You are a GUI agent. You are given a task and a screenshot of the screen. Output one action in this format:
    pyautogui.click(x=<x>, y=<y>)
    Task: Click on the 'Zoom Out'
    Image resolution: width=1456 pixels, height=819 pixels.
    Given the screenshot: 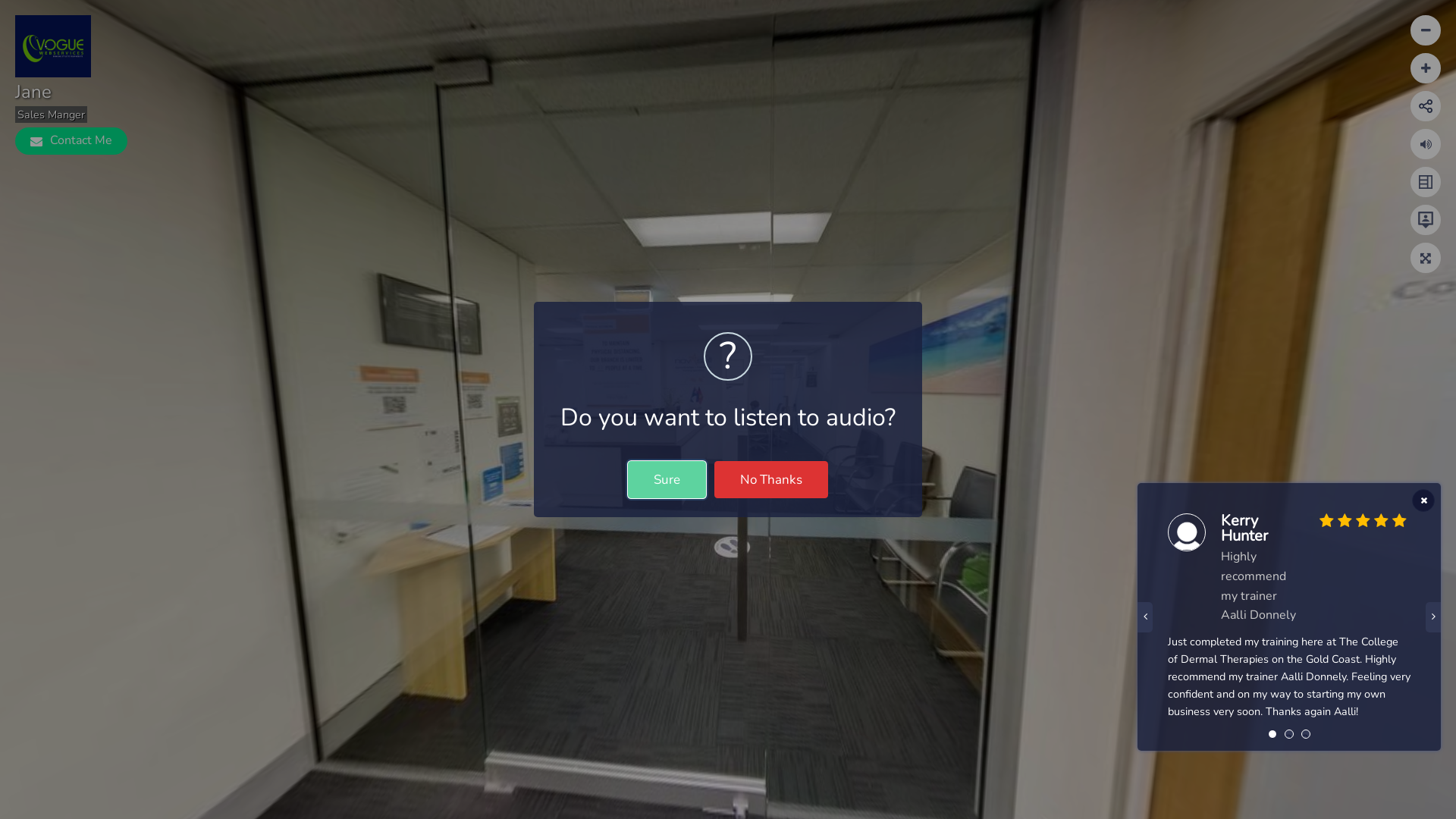 What is the action you would take?
    pyautogui.click(x=1425, y=67)
    